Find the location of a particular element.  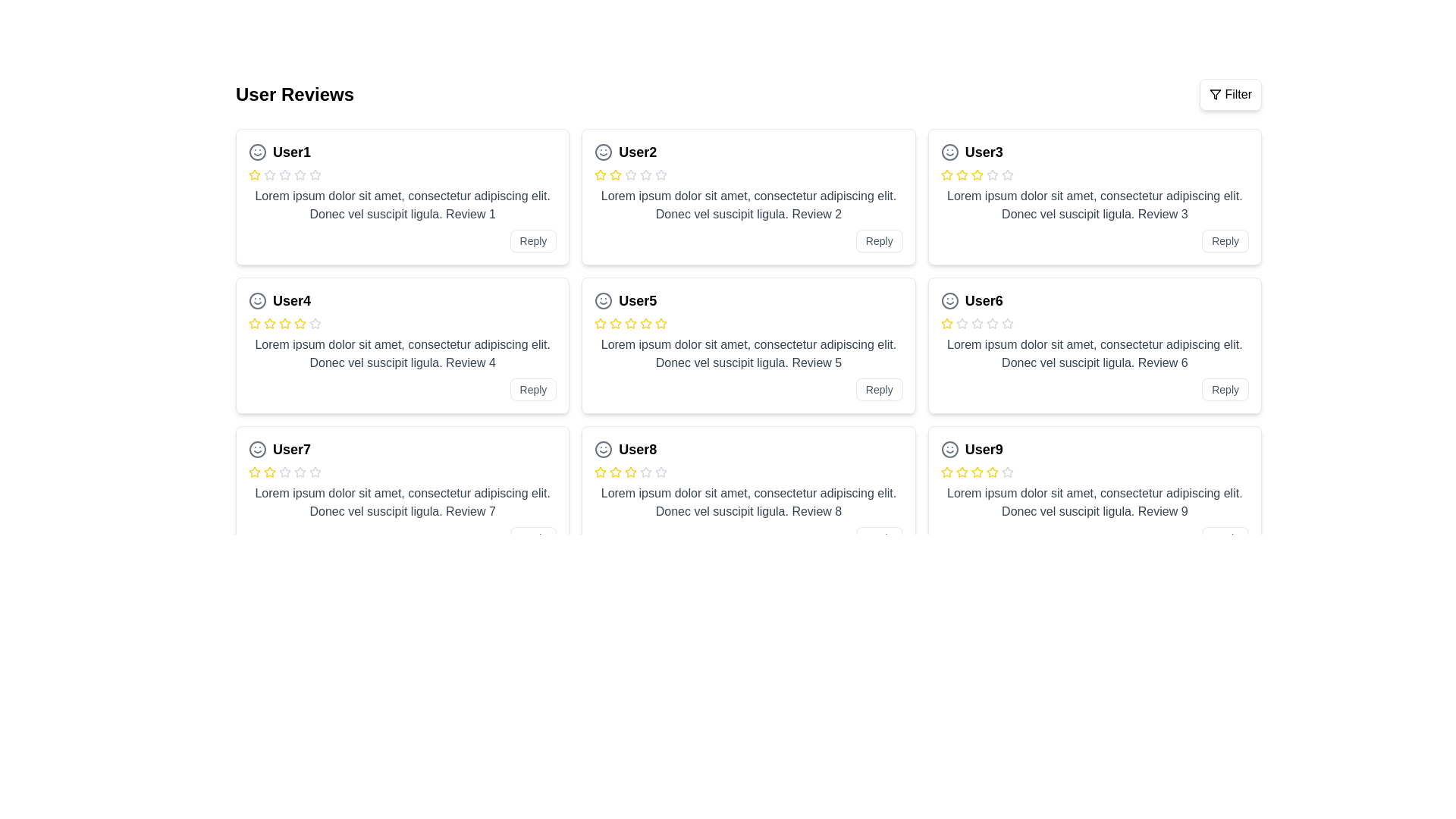

the third star icon in the rating input for the card titled 'User5' is located at coordinates (616, 323).